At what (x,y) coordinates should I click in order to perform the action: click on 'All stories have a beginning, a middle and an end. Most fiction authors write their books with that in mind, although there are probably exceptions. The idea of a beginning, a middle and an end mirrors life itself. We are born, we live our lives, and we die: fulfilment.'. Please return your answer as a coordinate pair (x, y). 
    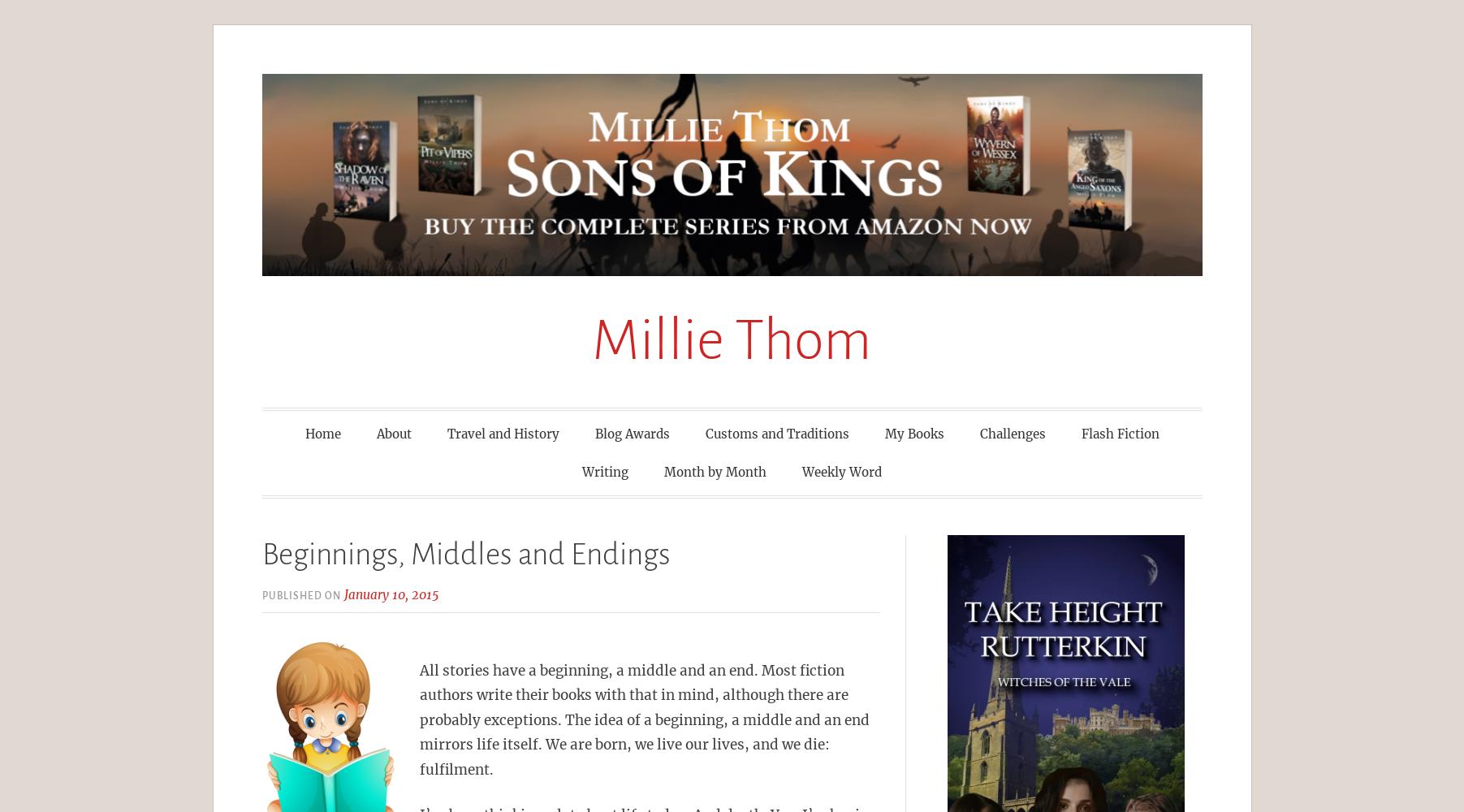
    Looking at the image, I should click on (645, 719).